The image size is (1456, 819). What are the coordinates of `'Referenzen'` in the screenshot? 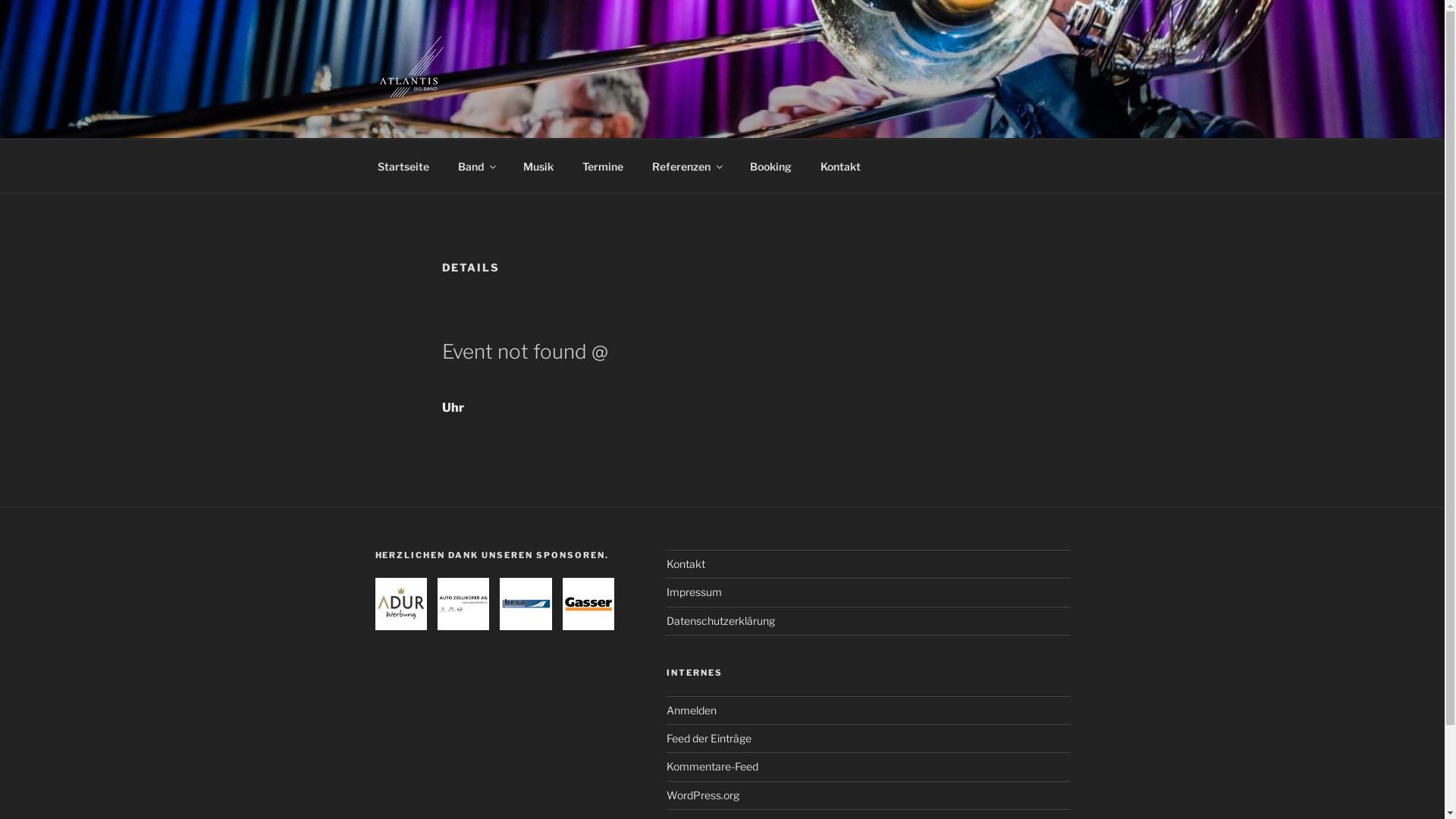 It's located at (686, 165).